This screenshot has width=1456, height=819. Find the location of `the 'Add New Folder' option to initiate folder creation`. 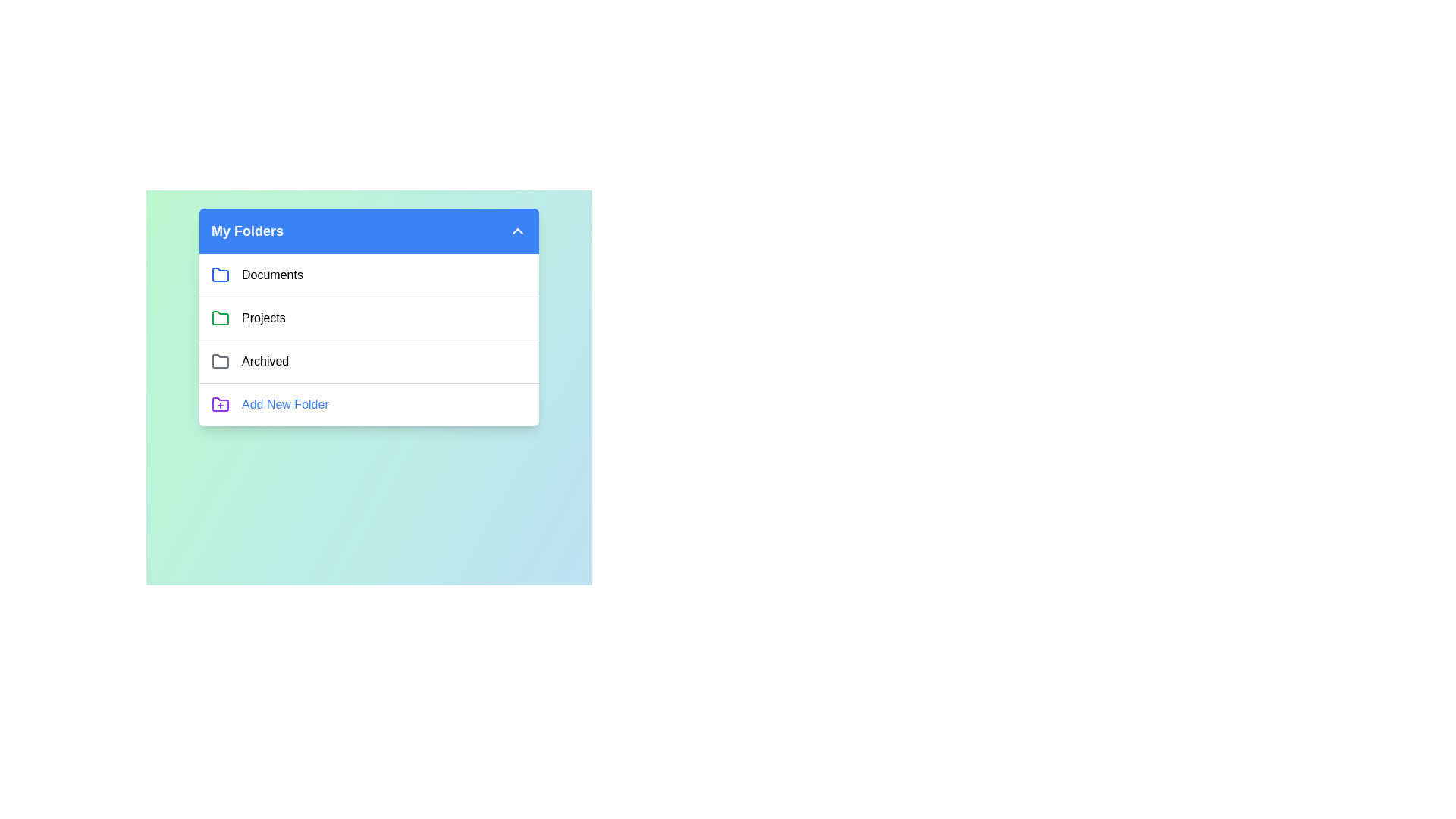

the 'Add New Folder' option to initiate folder creation is located at coordinates (284, 403).